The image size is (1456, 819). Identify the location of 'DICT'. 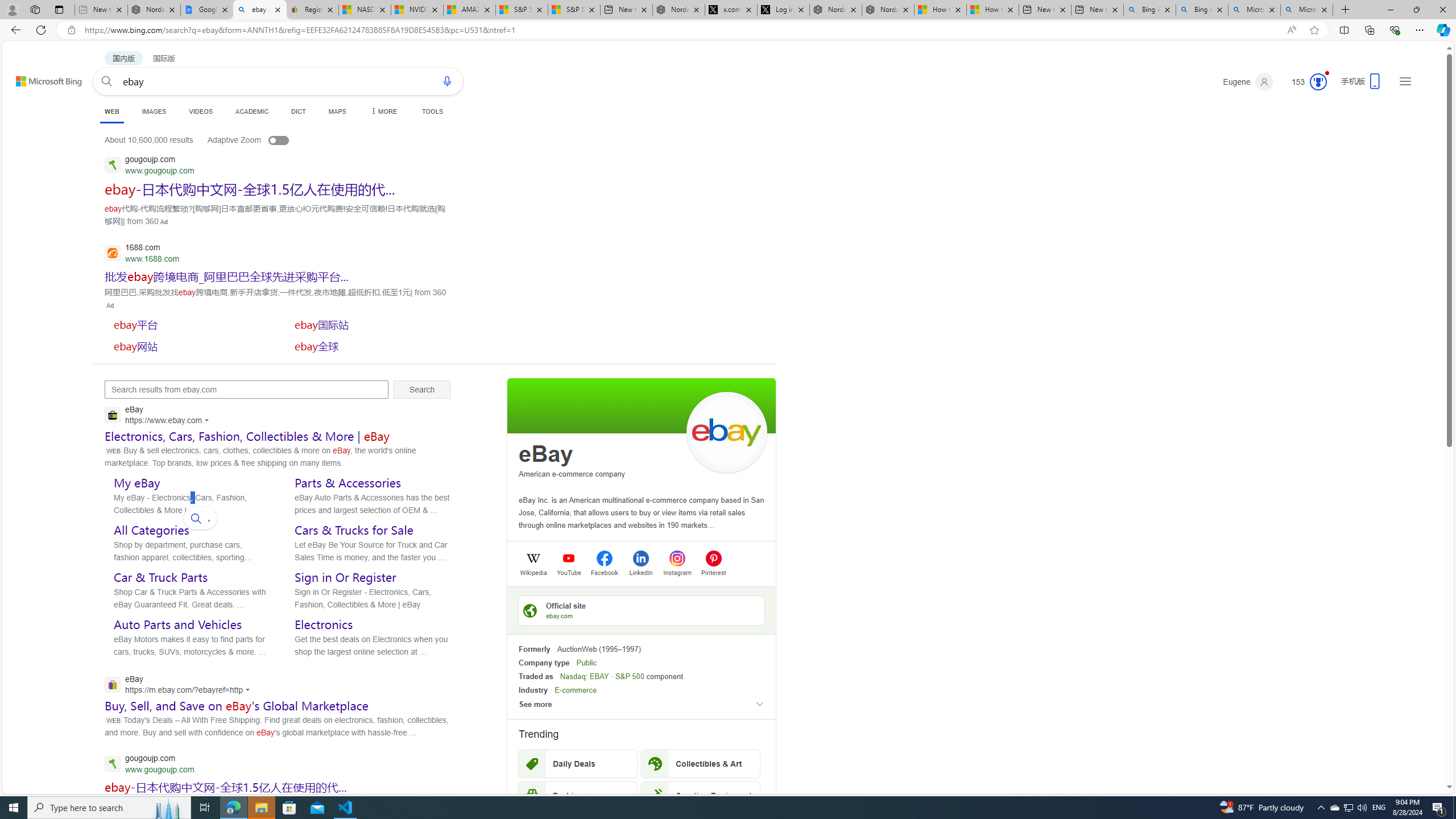
(297, 111).